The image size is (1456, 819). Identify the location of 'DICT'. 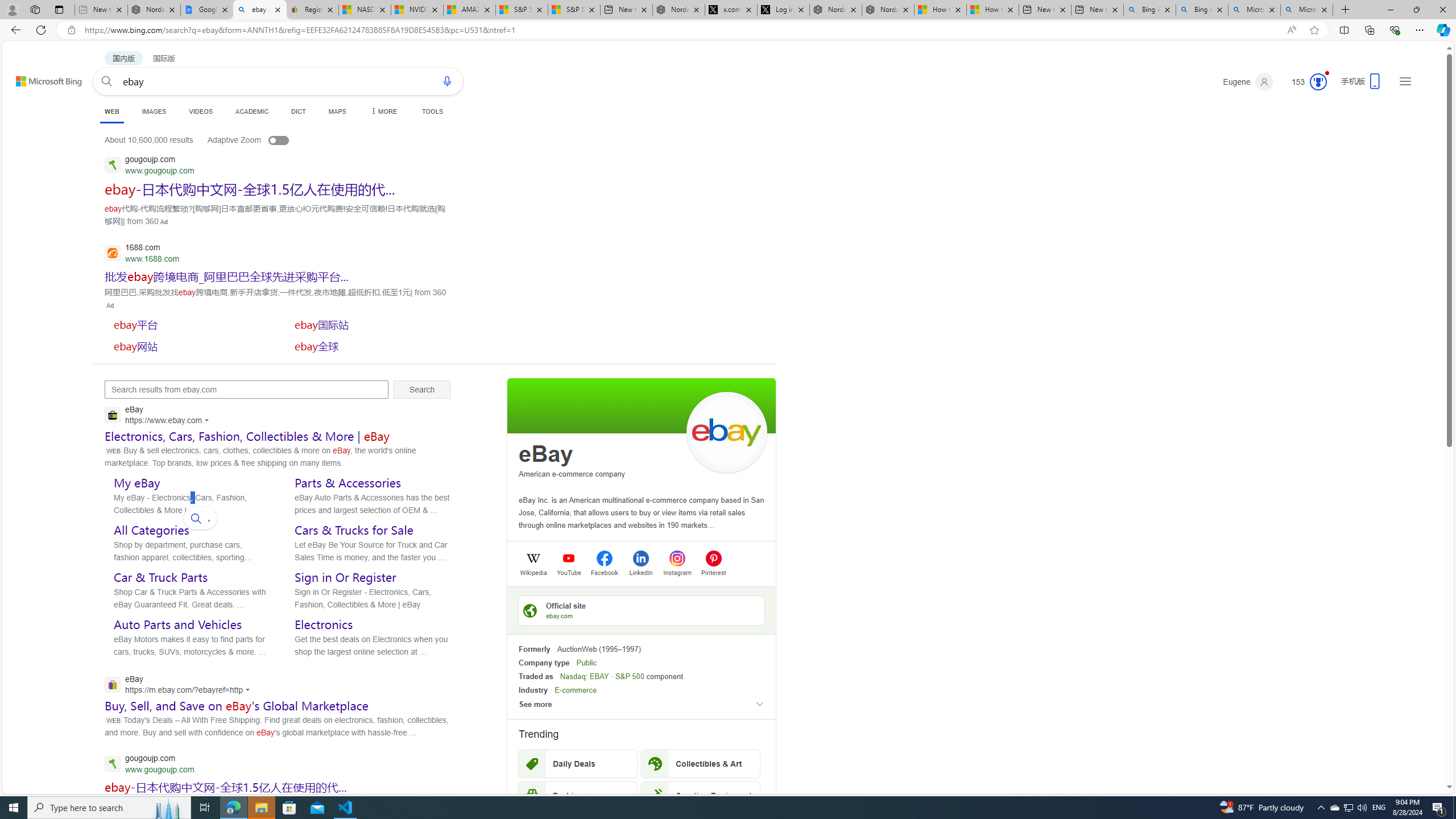
(297, 111).